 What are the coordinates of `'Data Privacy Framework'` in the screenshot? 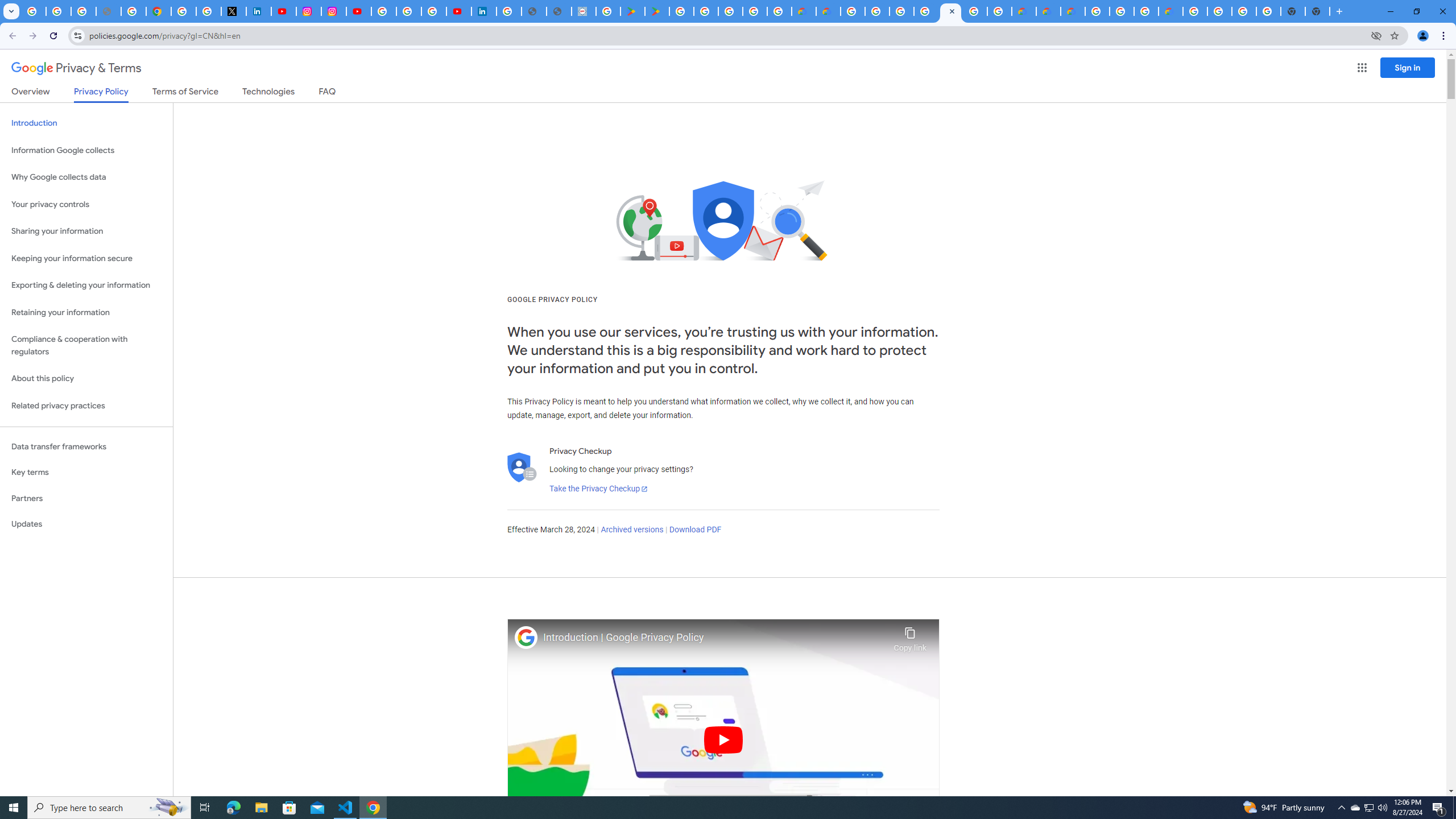 It's located at (584, 11).